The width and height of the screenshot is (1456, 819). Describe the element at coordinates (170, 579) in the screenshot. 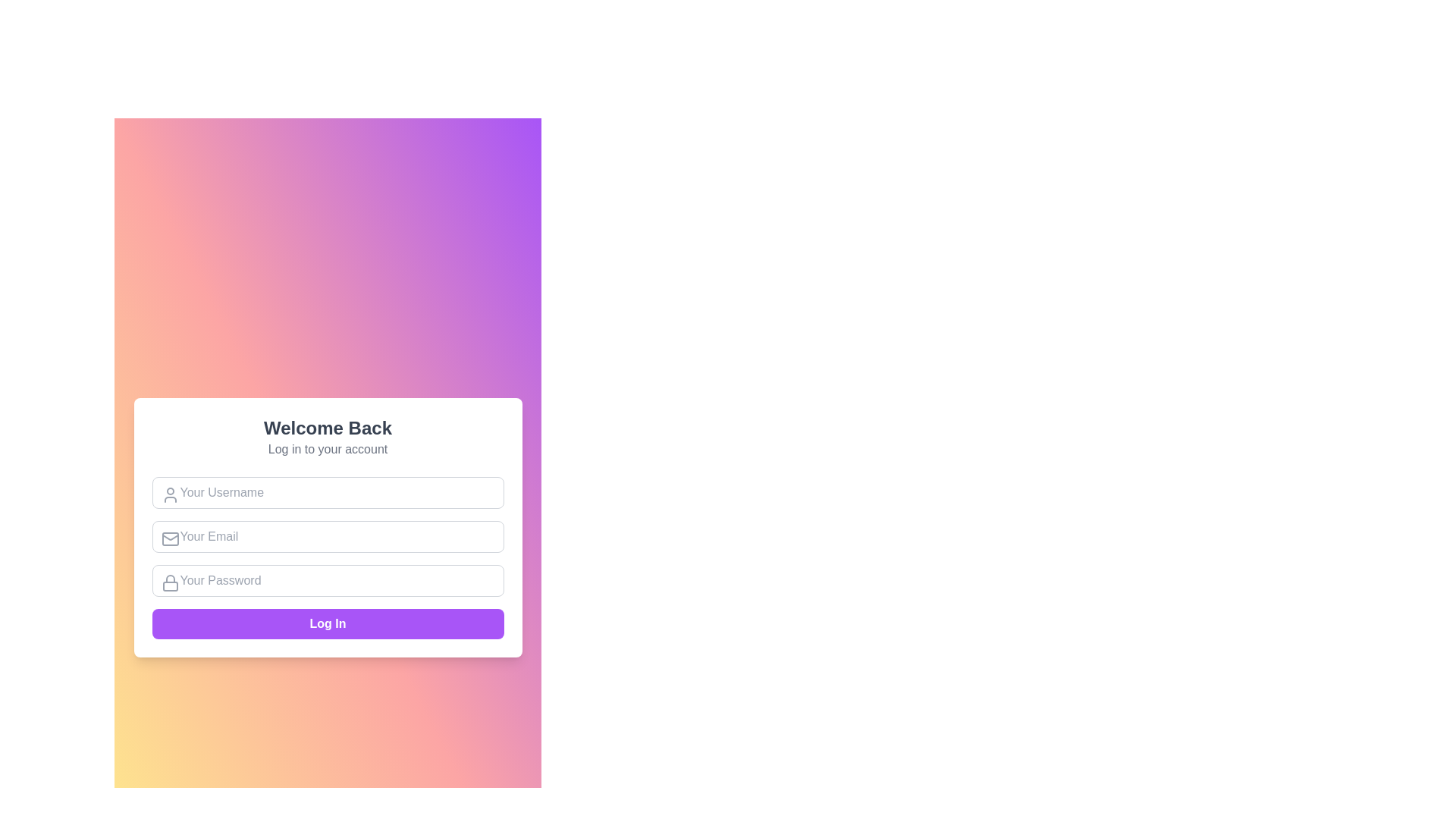

I see `the graphical icon that is part of the lock icon, which symbolizes the password input field's security feature, located to the left of the 'Your Password' input field` at that location.